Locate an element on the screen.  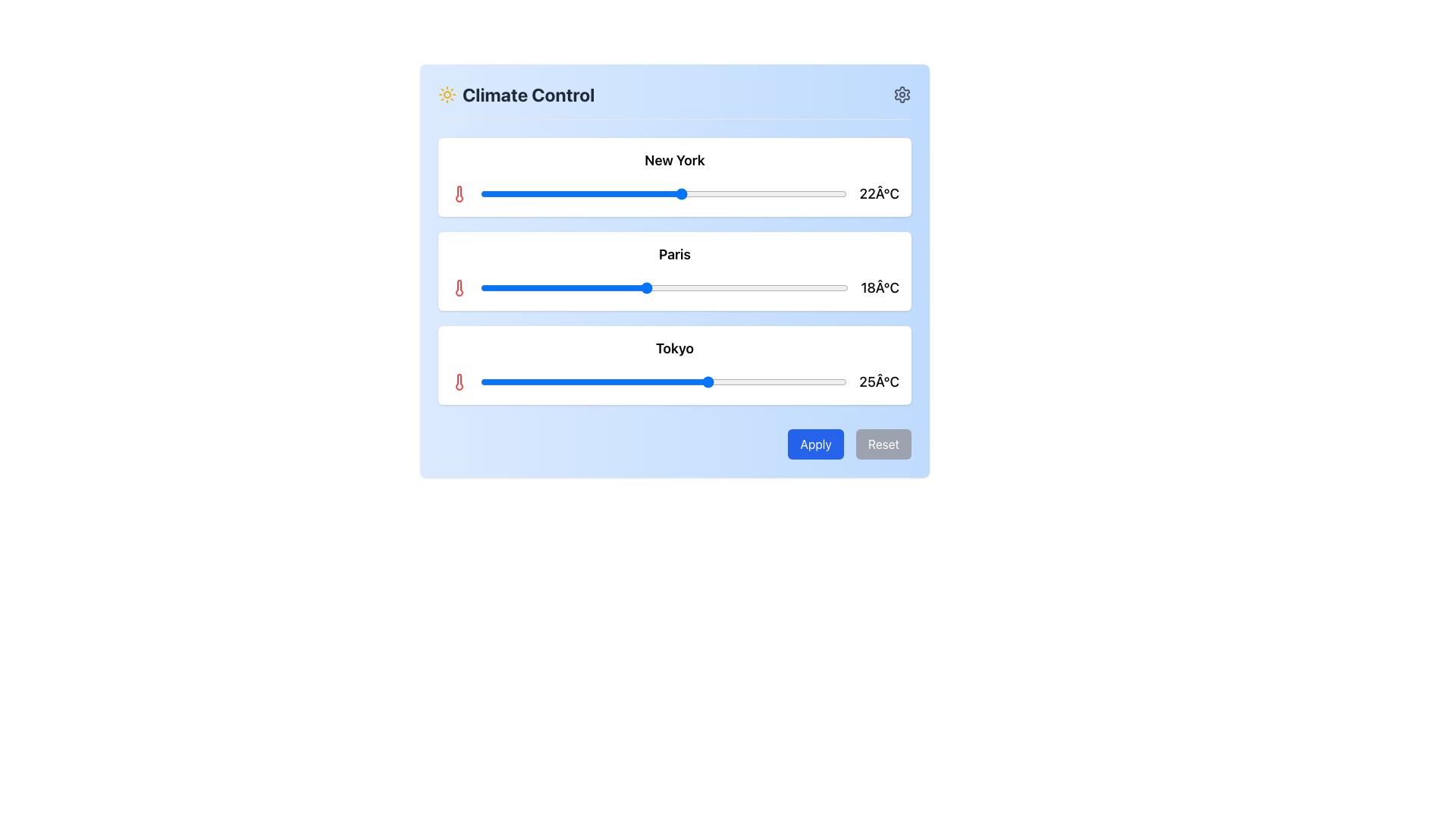
the Paris temperature slider is located at coordinates (802, 288).